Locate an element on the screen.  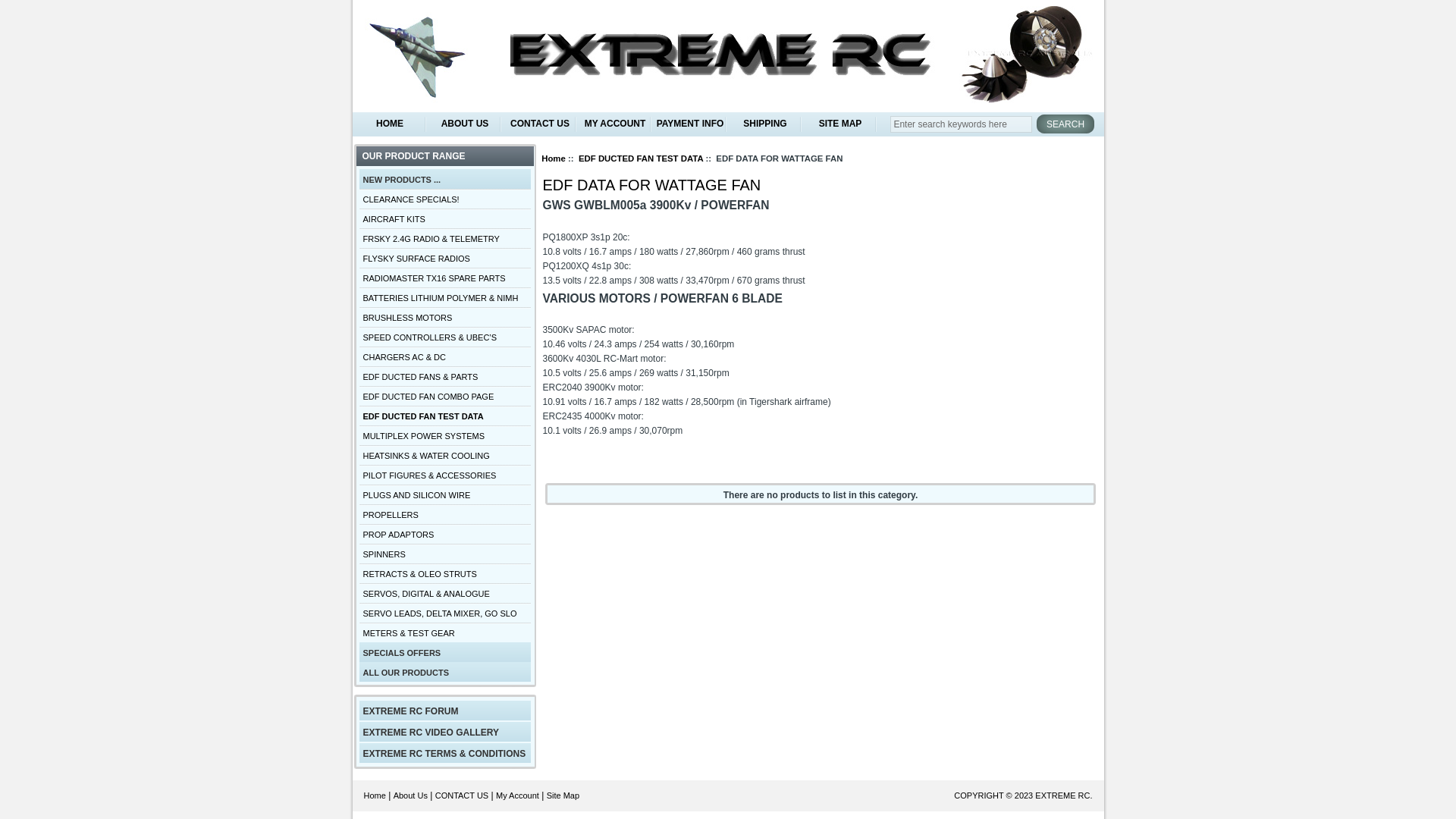
'ALL OUR PRODUCTS' is located at coordinates (444, 671).